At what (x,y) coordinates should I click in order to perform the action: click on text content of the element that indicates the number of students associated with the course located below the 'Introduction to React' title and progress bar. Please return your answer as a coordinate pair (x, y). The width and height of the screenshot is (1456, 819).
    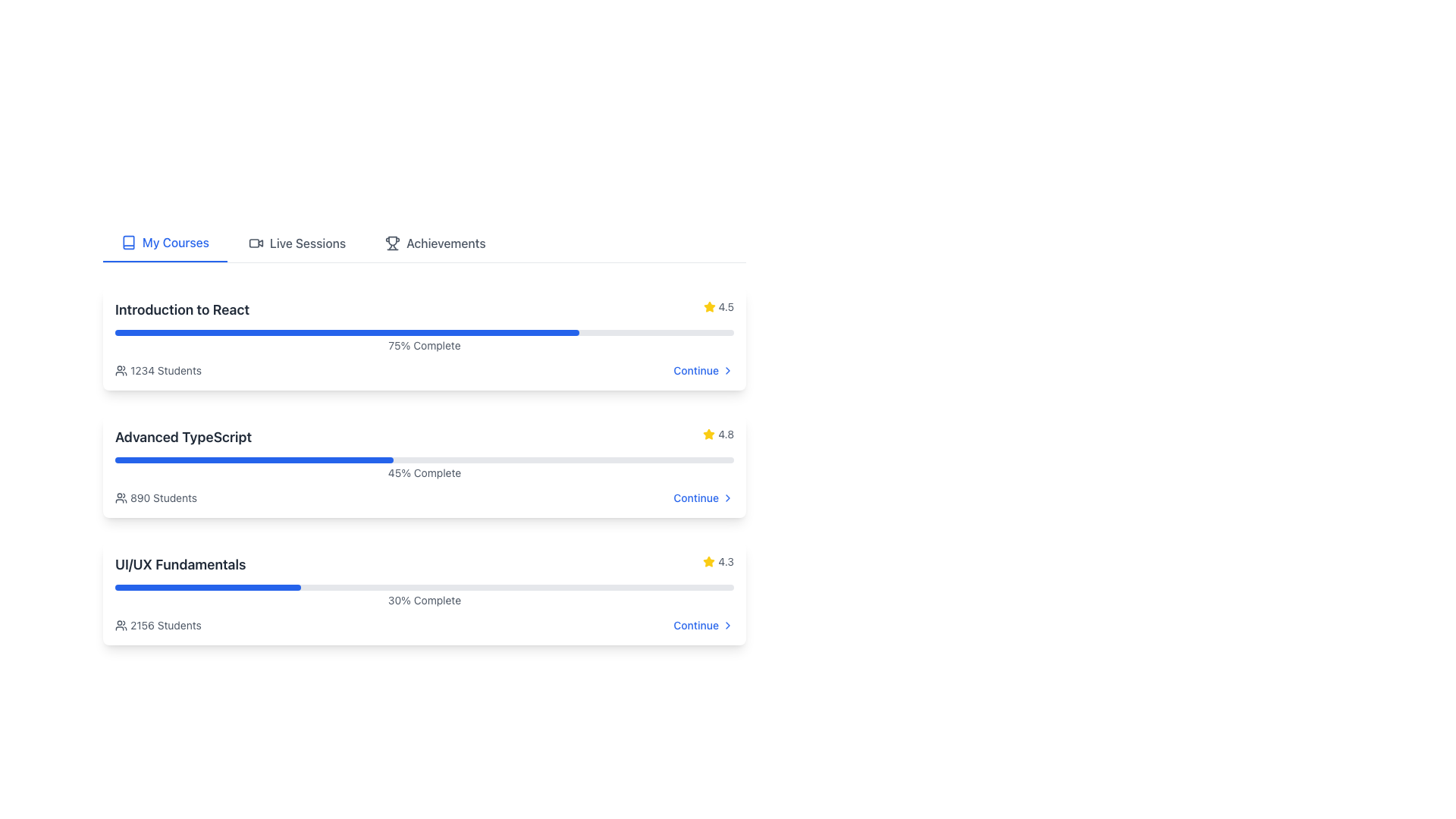
    Looking at the image, I should click on (158, 371).